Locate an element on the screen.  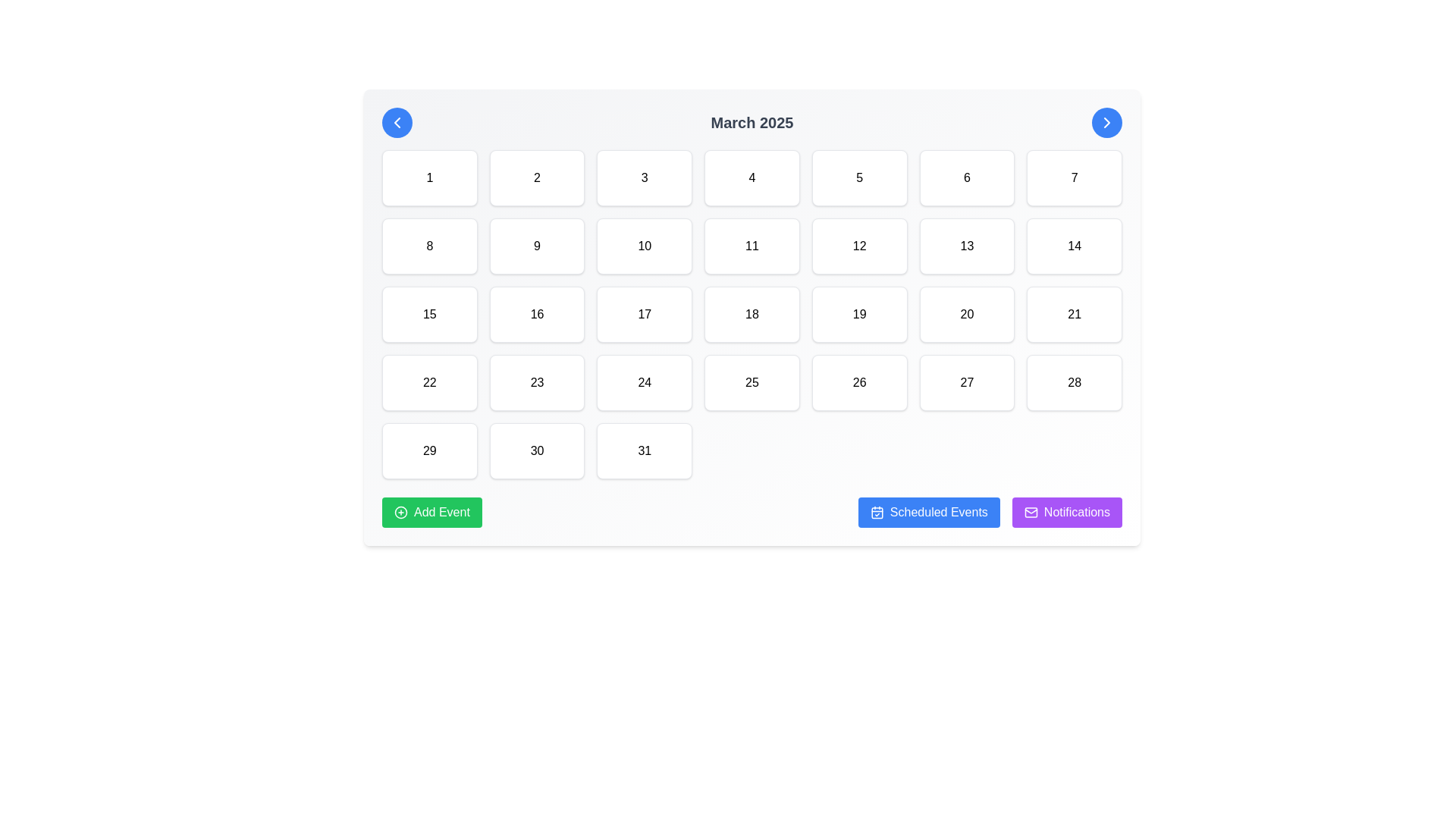
the calendar grid cell representing the date '28' is located at coordinates (1073, 382).